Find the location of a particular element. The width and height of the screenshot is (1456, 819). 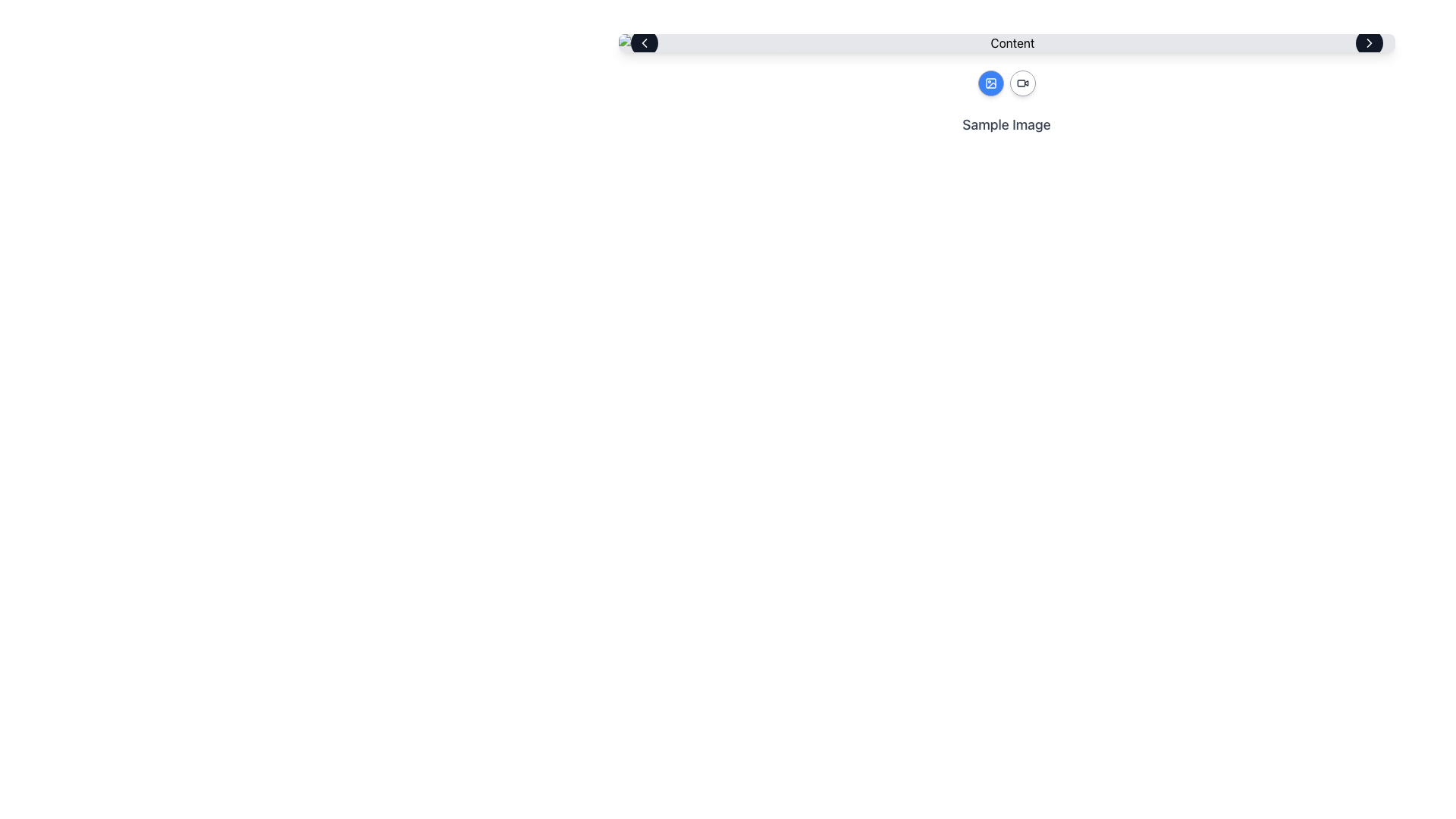

the interactive text label displaying 'Sample Image' in large gray font, located beneath two circular icons is located at coordinates (1006, 124).